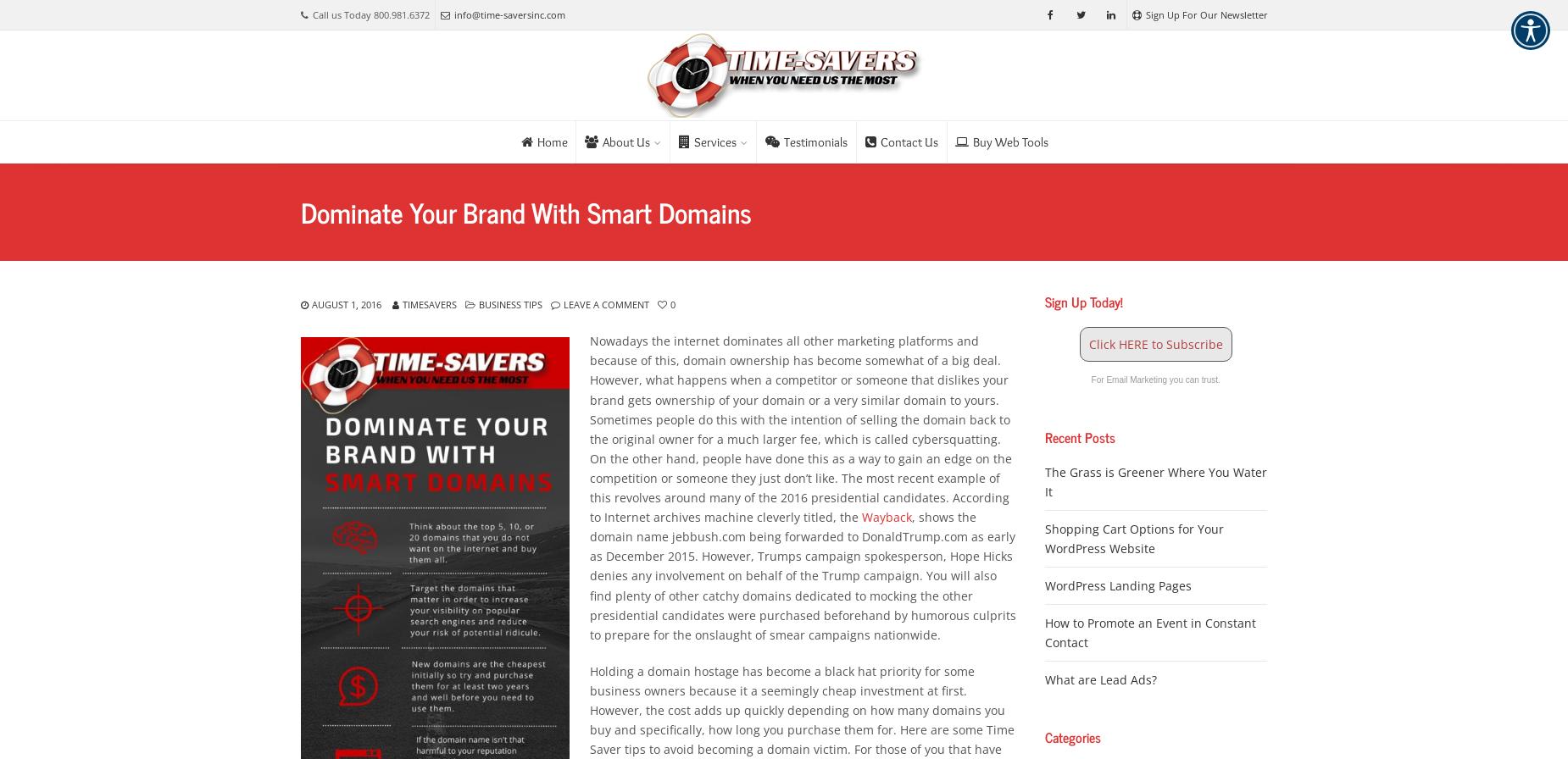 The height and width of the screenshot is (759, 1568). I want to click on 'Call us Today 800.981.6372', so click(370, 14).